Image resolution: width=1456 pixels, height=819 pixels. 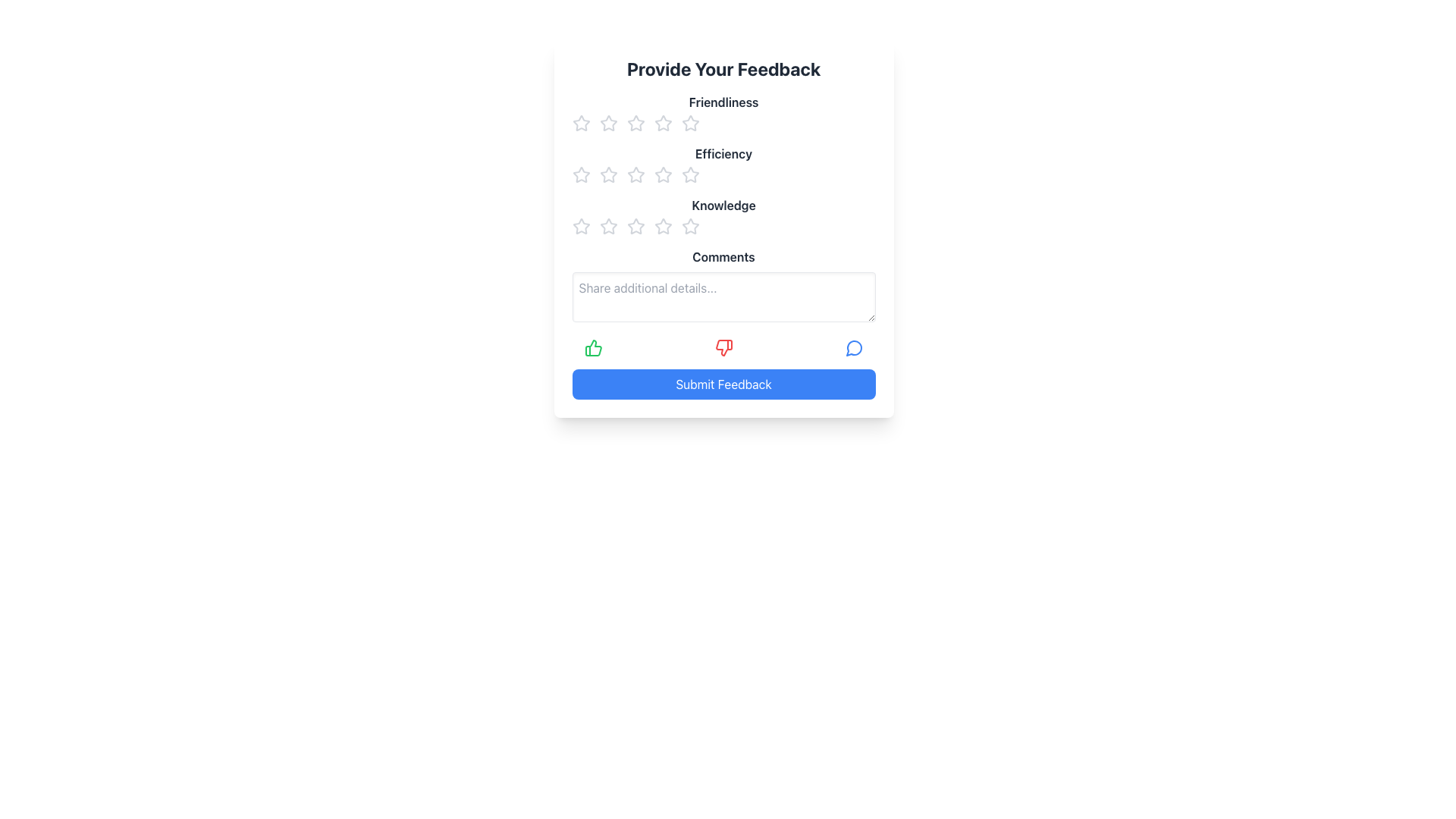 I want to click on the third star in the star rating group labeled 'Efficiency' in the feedback form, so click(x=689, y=174).